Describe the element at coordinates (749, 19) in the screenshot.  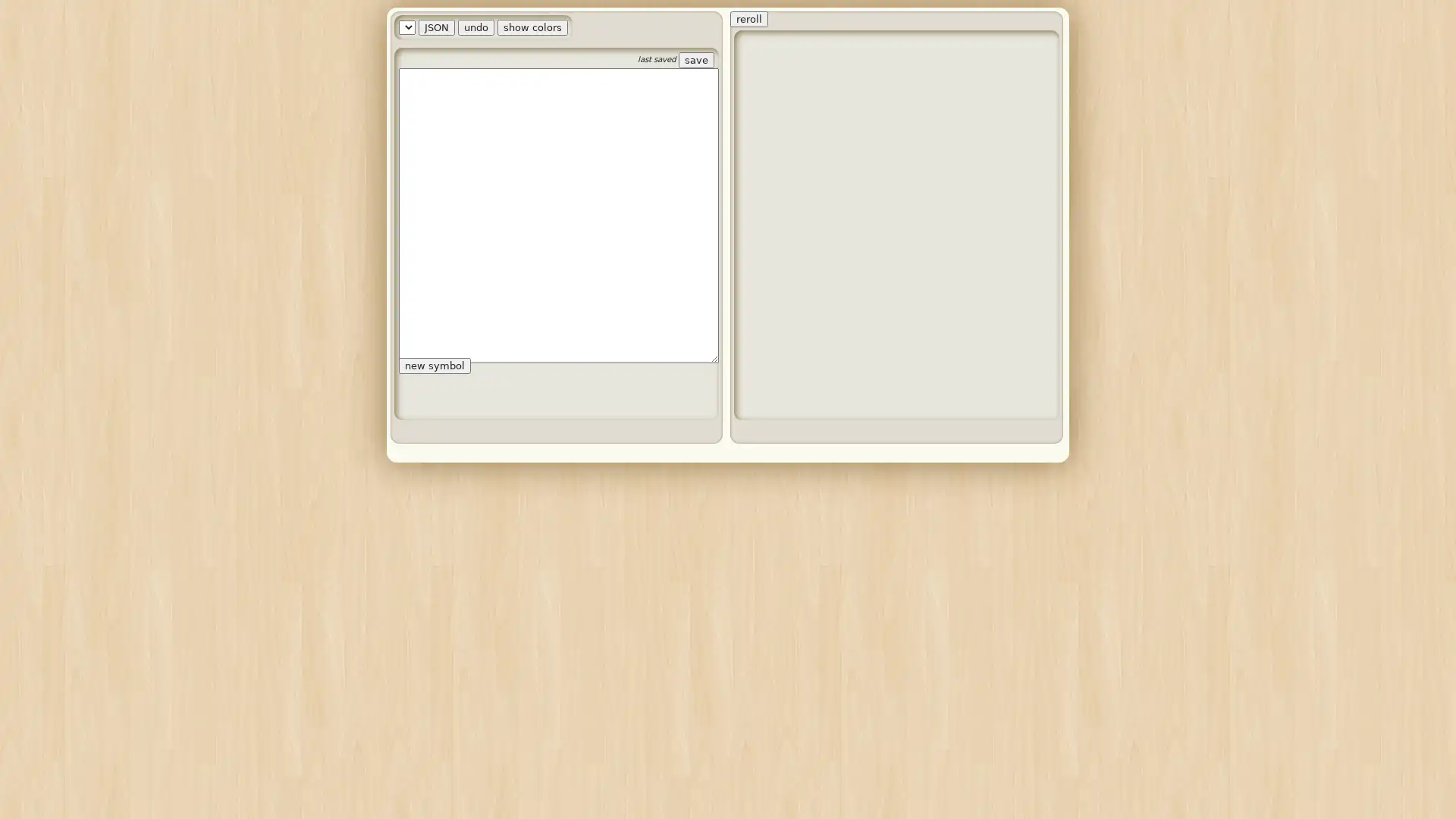
I see `reroll` at that location.